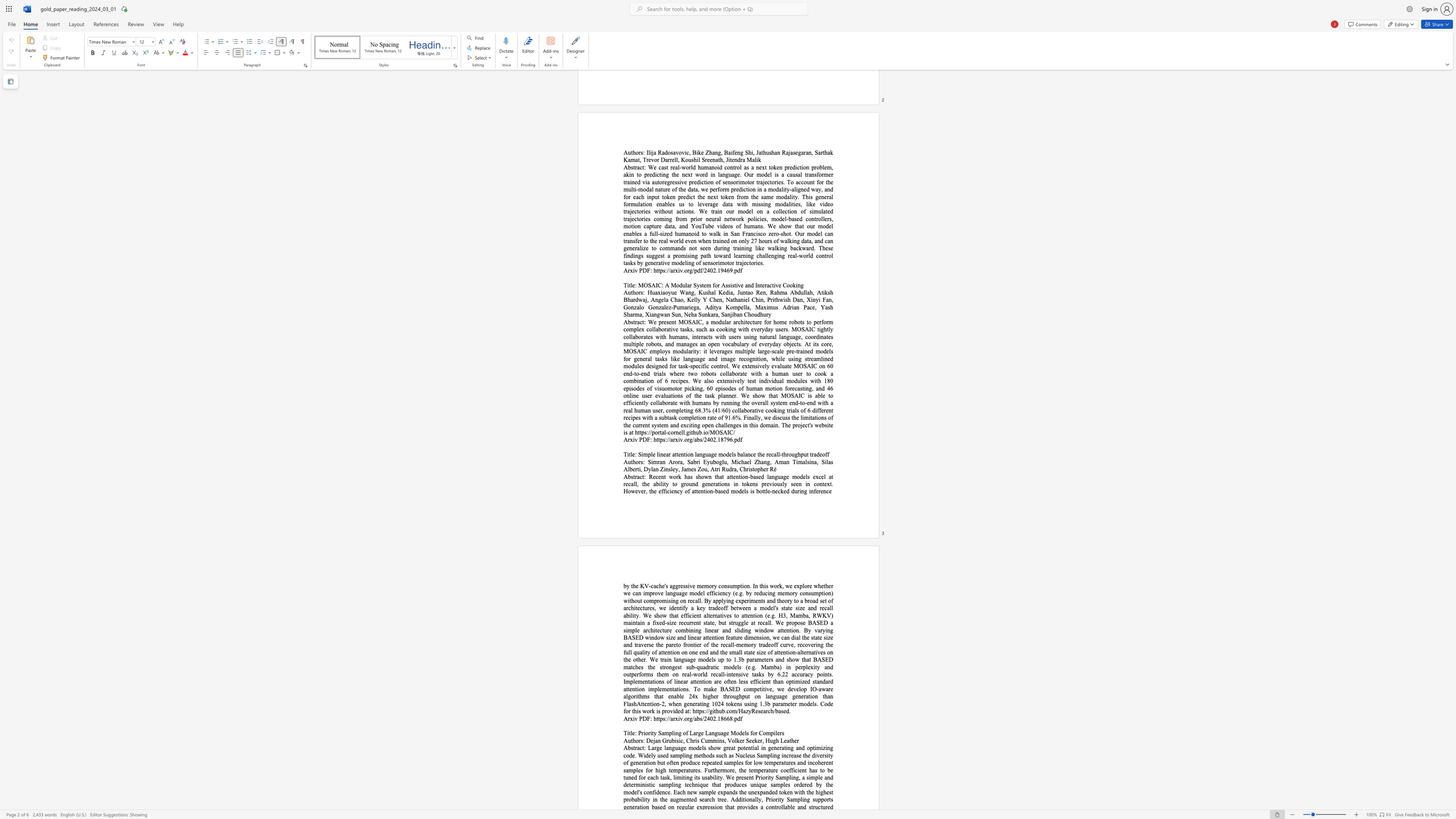 This screenshot has width=1456, height=819. Describe the element at coordinates (757, 740) in the screenshot. I see `the subset text "er, Hug" within the text "Dejan Grubisic, Chris Cummins, Volker Seeker, Hugh Leather"` at that location.